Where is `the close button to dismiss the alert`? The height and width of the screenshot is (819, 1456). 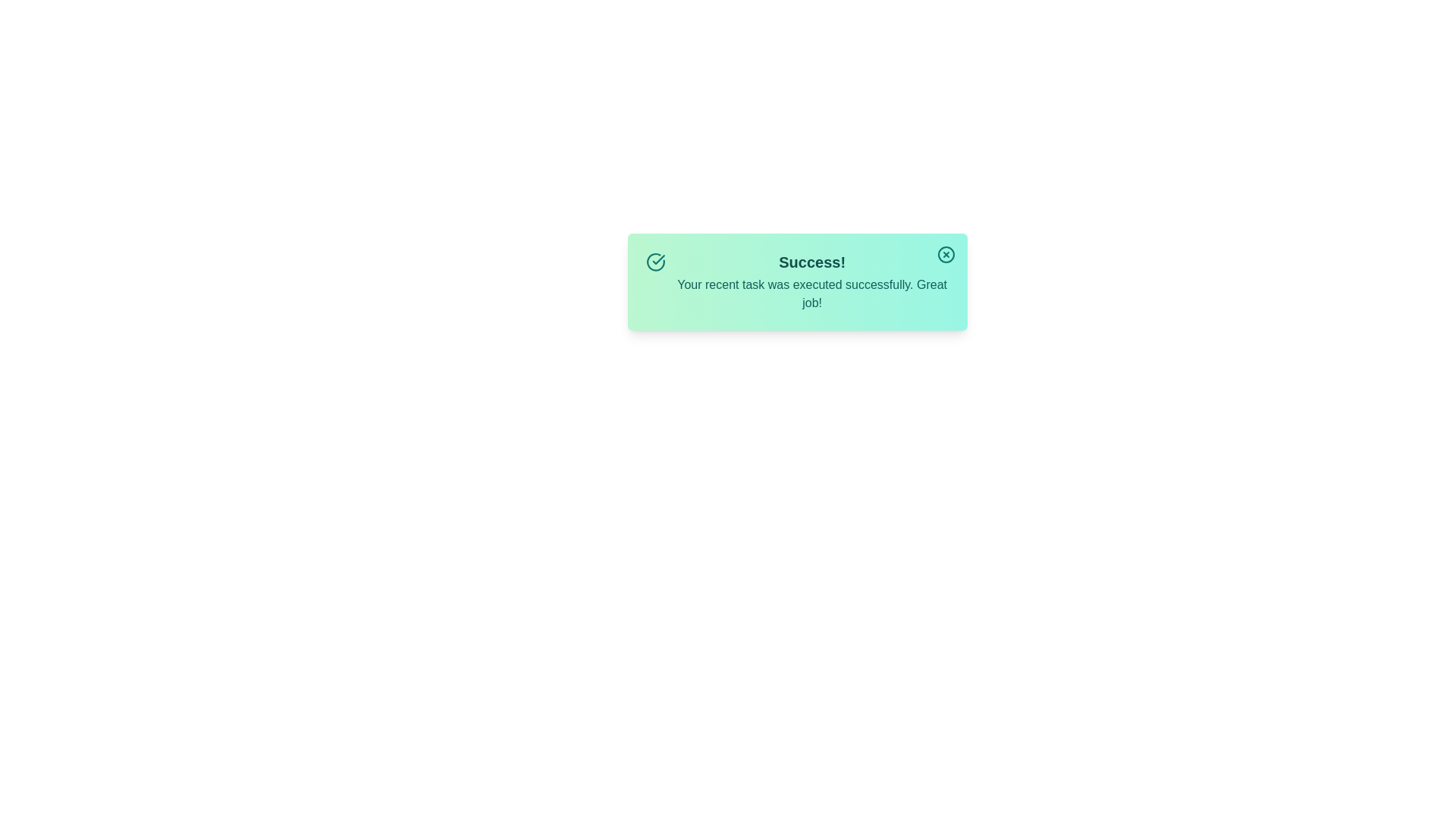 the close button to dismiss the alert is located at coordinates (946, 253).